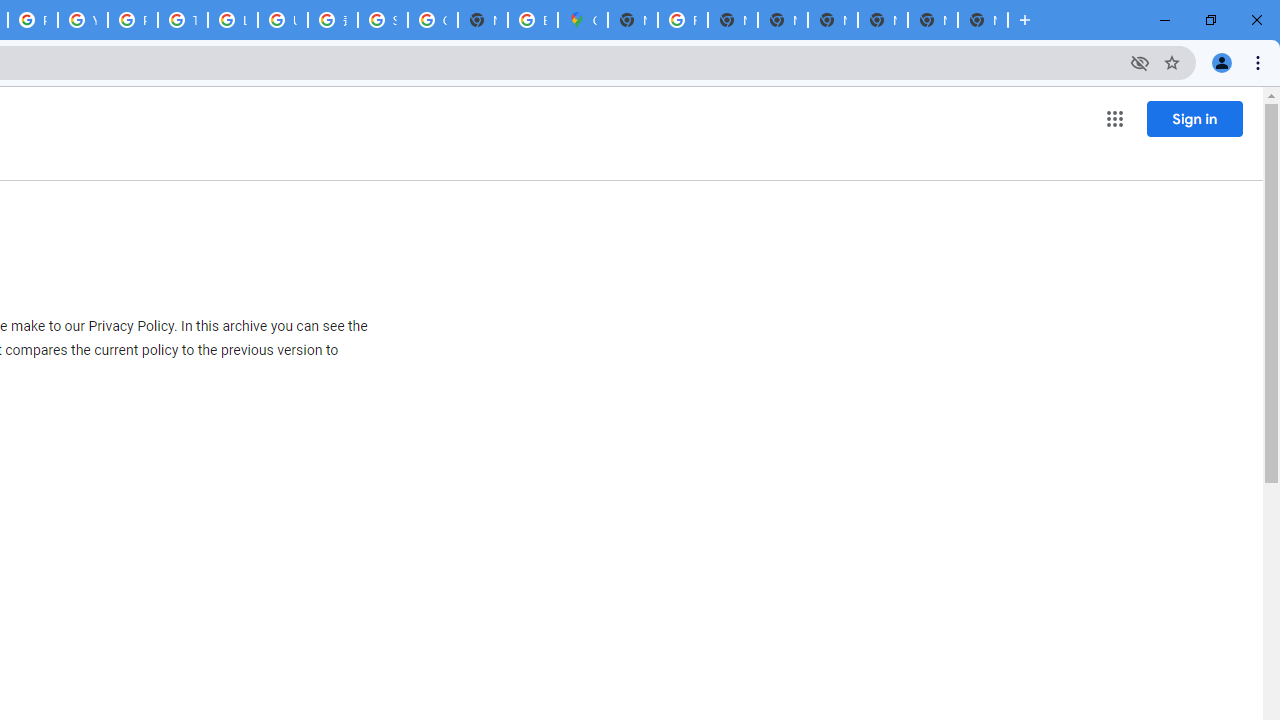  What do you see at coordinates (931, 20) in the screenshot?
I see `'New Tab'` at bounding box center [931, 20].